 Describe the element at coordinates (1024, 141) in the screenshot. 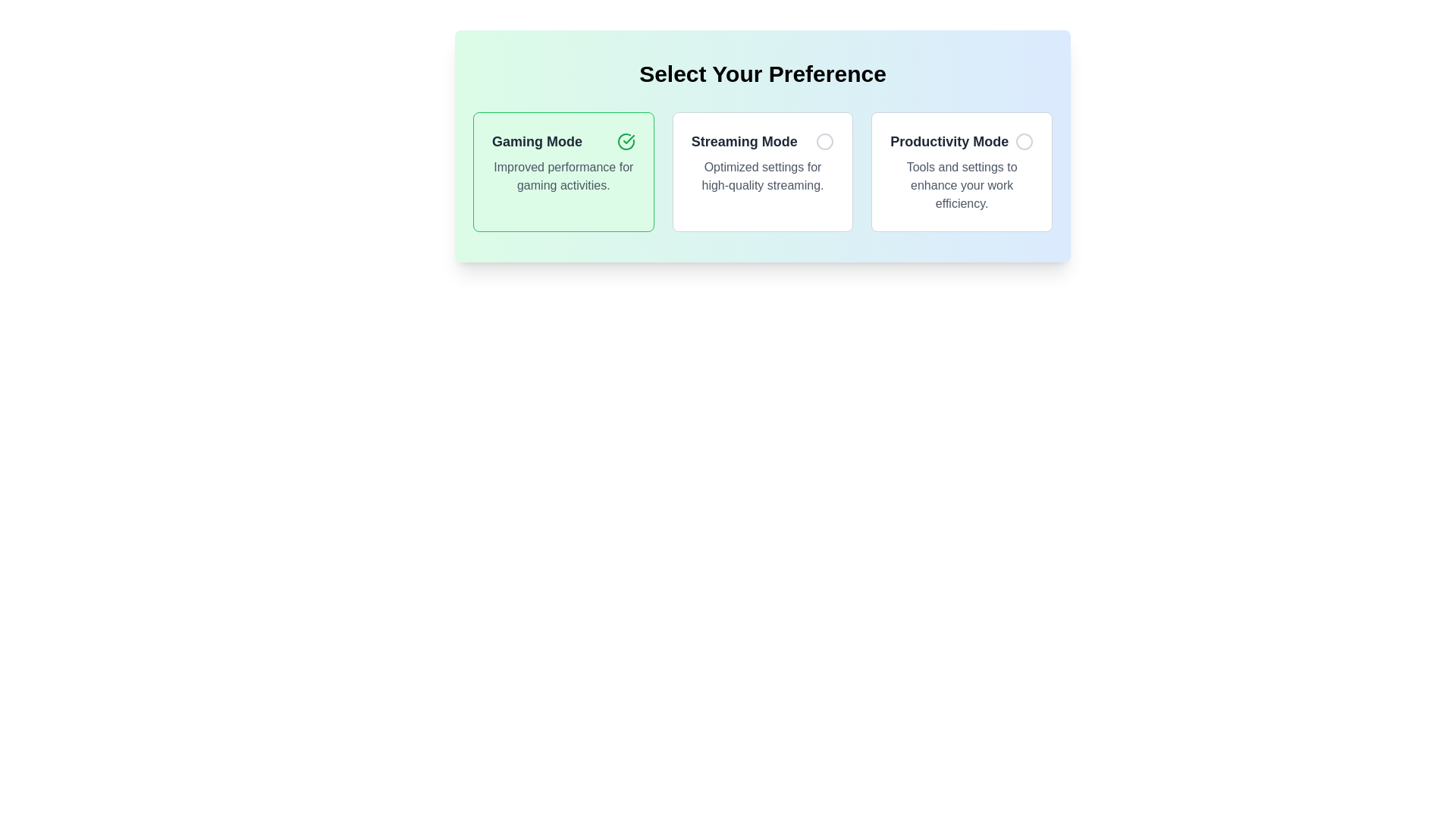

I see `the 'Productivity Mode' icon located to the right of the 'Productivity Mode' text label` at that location.